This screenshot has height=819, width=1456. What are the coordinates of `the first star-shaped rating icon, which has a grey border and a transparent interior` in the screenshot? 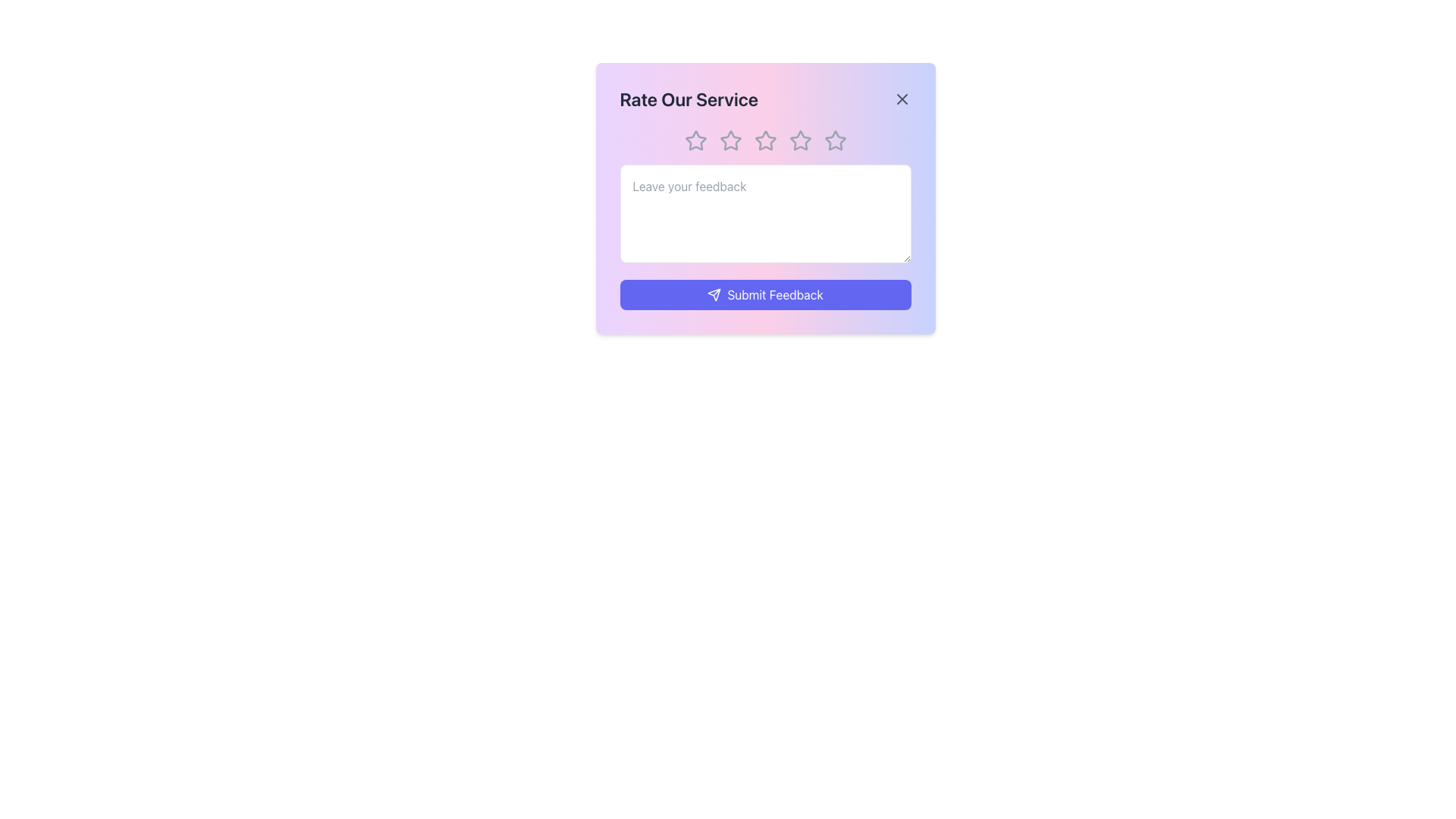 It's located at (695, 140).